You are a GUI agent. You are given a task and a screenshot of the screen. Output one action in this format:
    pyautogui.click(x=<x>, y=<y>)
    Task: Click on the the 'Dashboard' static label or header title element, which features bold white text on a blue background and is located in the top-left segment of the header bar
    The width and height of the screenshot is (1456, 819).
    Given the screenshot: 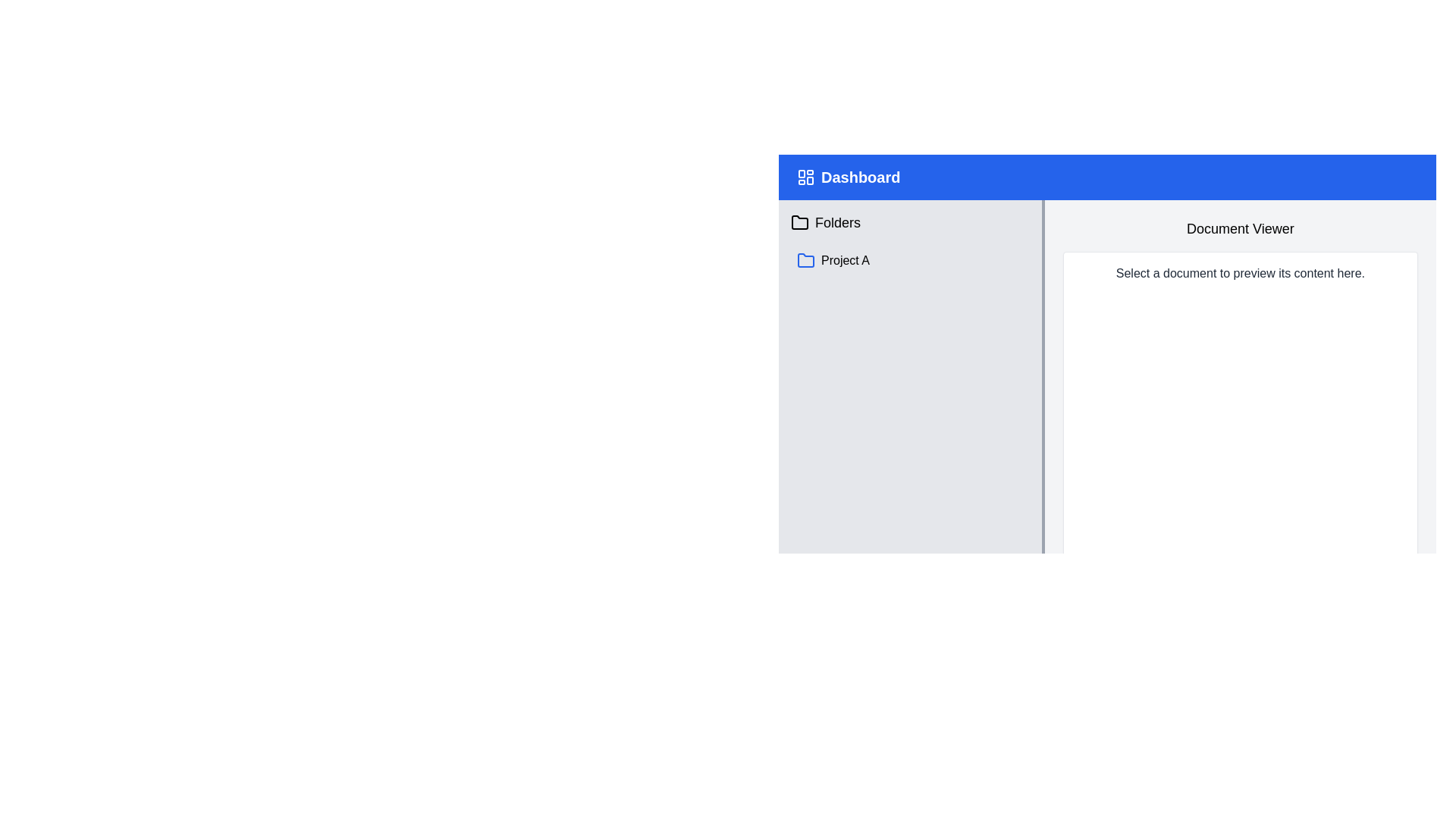 What is the action you would take?
    pyautogui.click(x=848, y=177)
    